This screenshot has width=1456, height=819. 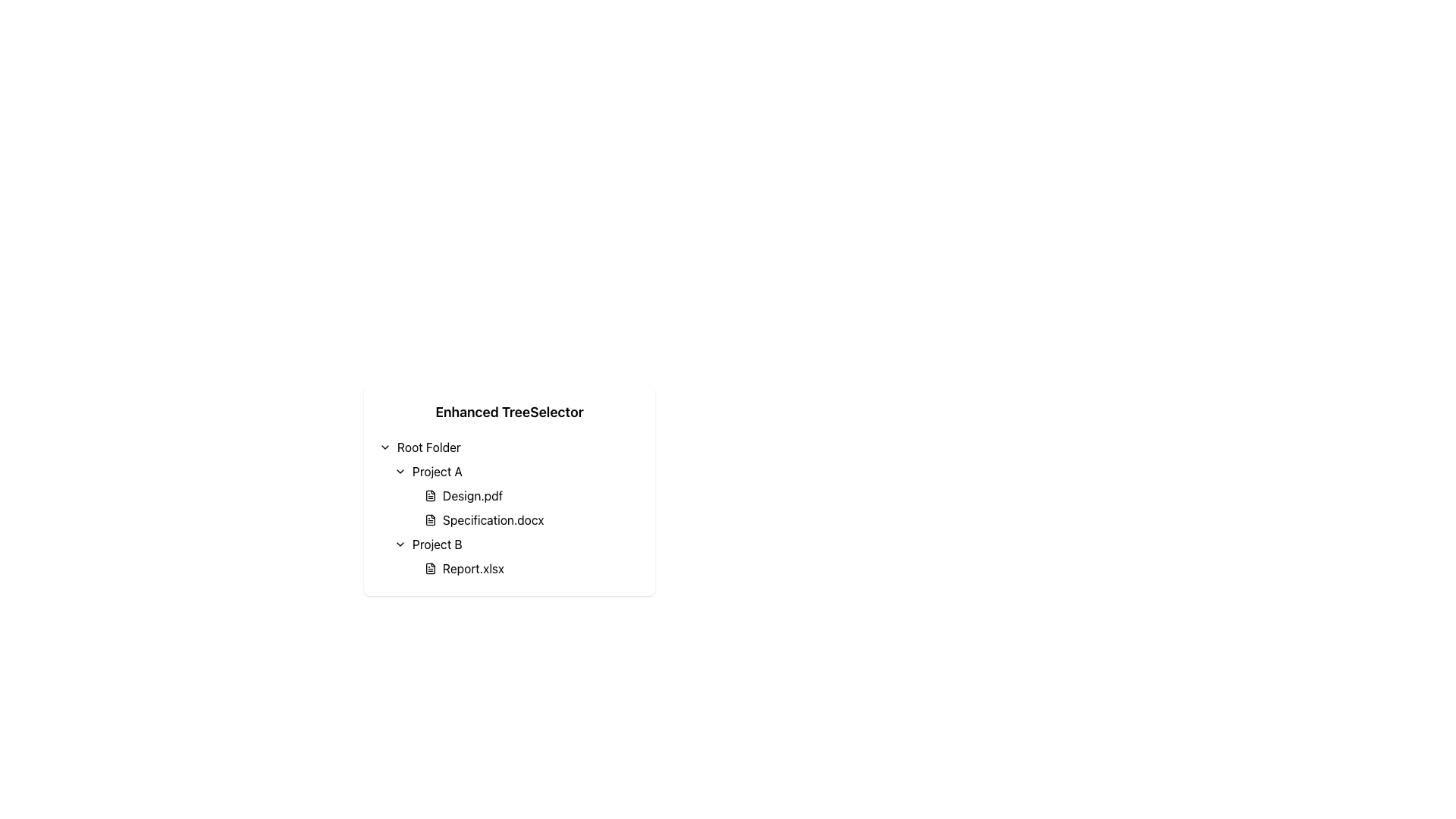 What do you see at coordinates (516, 543) in the screenshot?
I see `the collapsible tree node labeled 'Project B'` at bounding box center [516, 543].